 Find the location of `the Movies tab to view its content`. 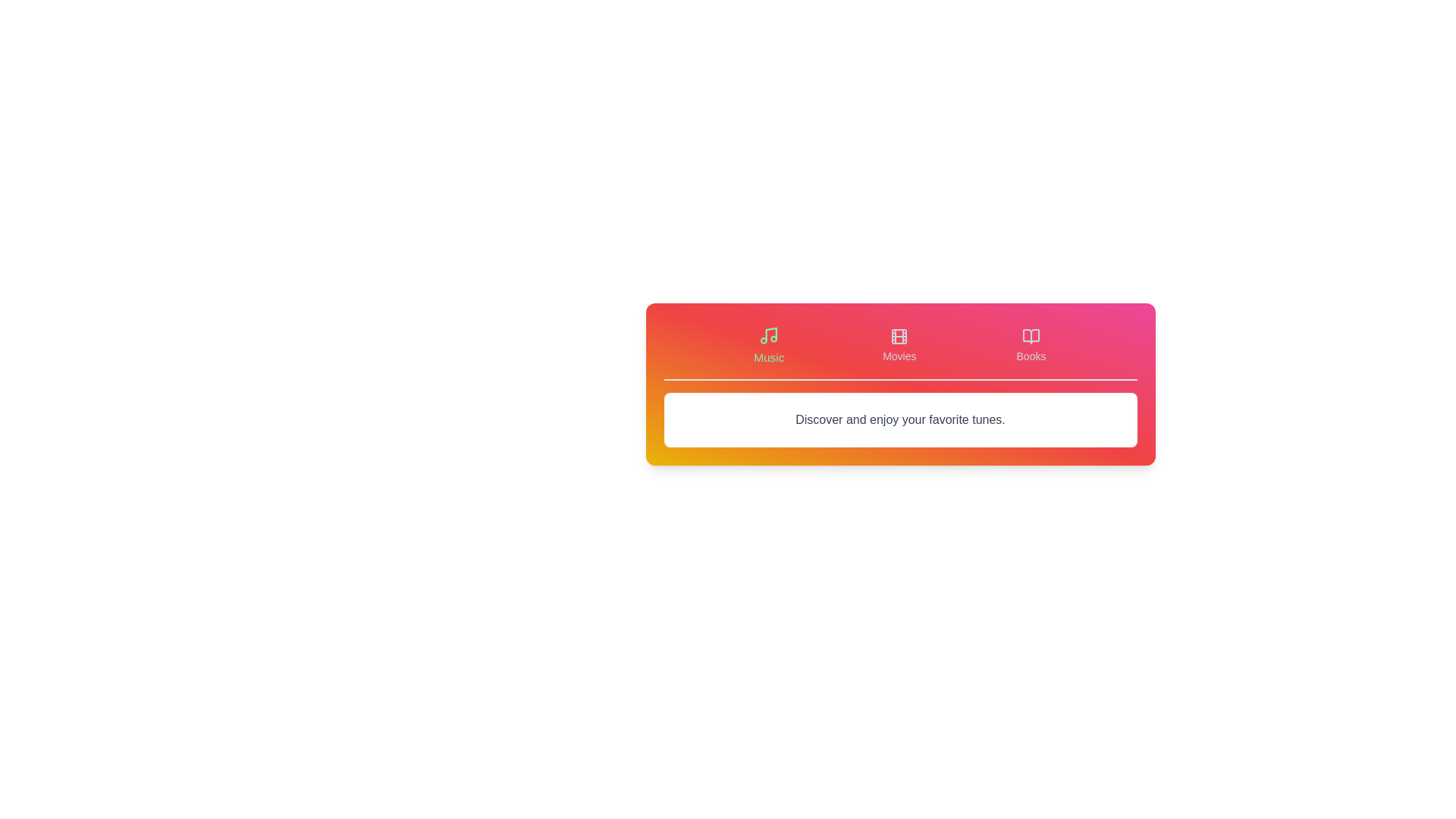

the Movies tab to view its content is located at coordinates (899, 345).